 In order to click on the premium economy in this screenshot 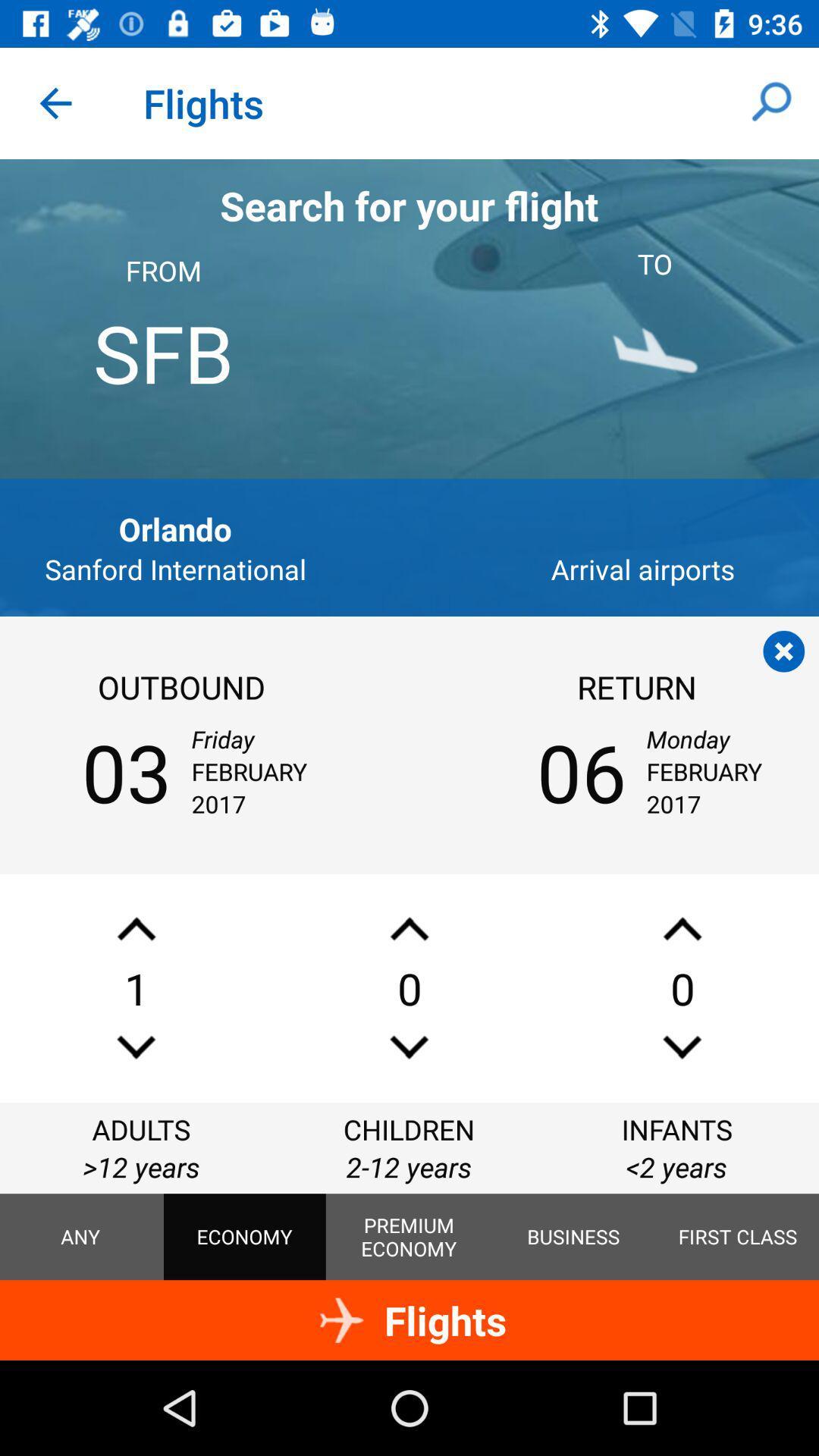, I will do `click(408, 1237)`.